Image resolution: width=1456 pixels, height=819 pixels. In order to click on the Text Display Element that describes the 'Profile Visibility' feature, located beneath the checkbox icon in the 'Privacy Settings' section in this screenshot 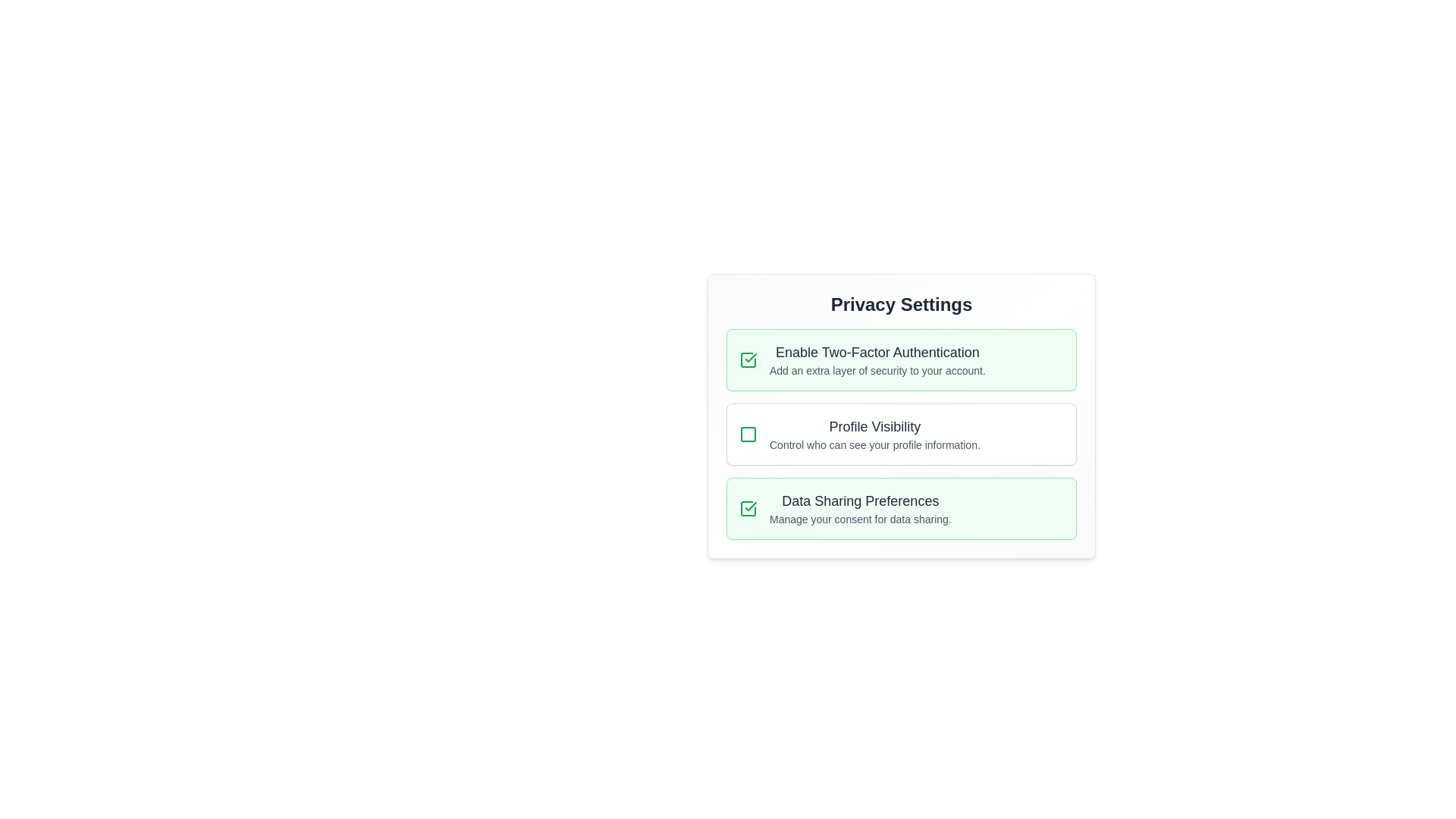, I will do `click(874, 435)`.